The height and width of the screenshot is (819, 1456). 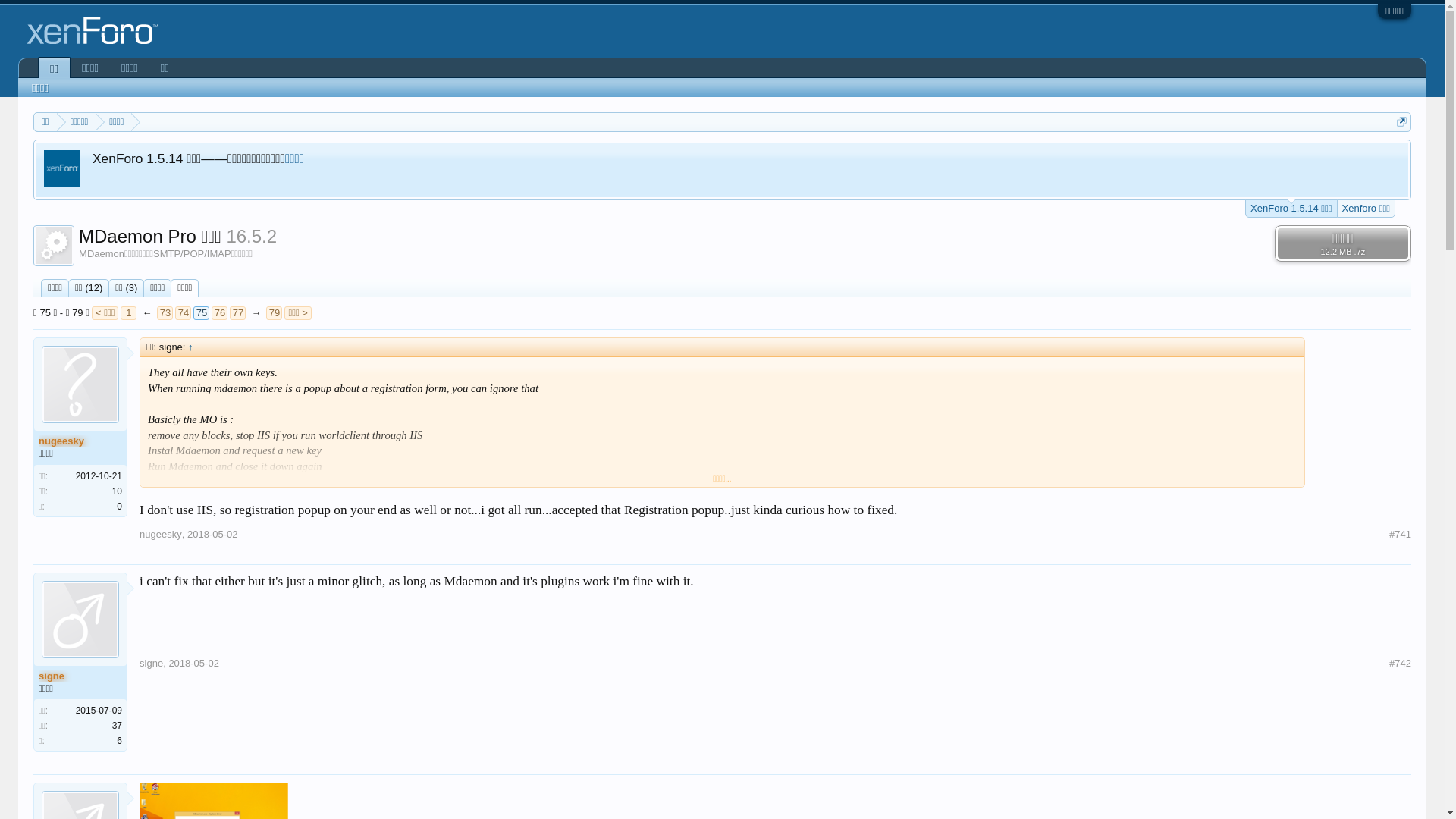 I want to click on '1', so click(x=128, y=312).